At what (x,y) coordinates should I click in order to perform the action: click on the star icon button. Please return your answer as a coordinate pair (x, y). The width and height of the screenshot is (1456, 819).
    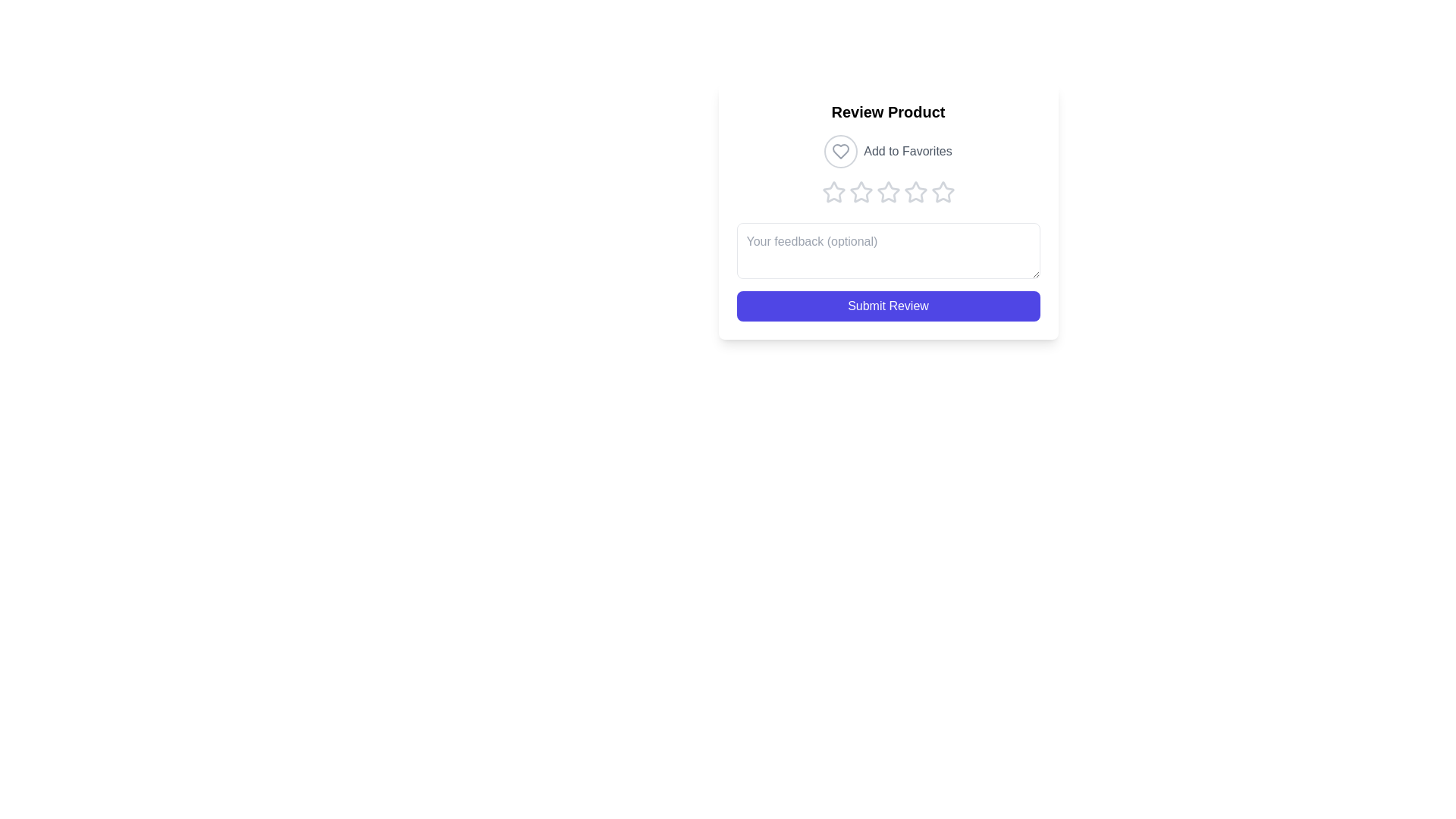
    Looking at the image, I should click on (833, 191).